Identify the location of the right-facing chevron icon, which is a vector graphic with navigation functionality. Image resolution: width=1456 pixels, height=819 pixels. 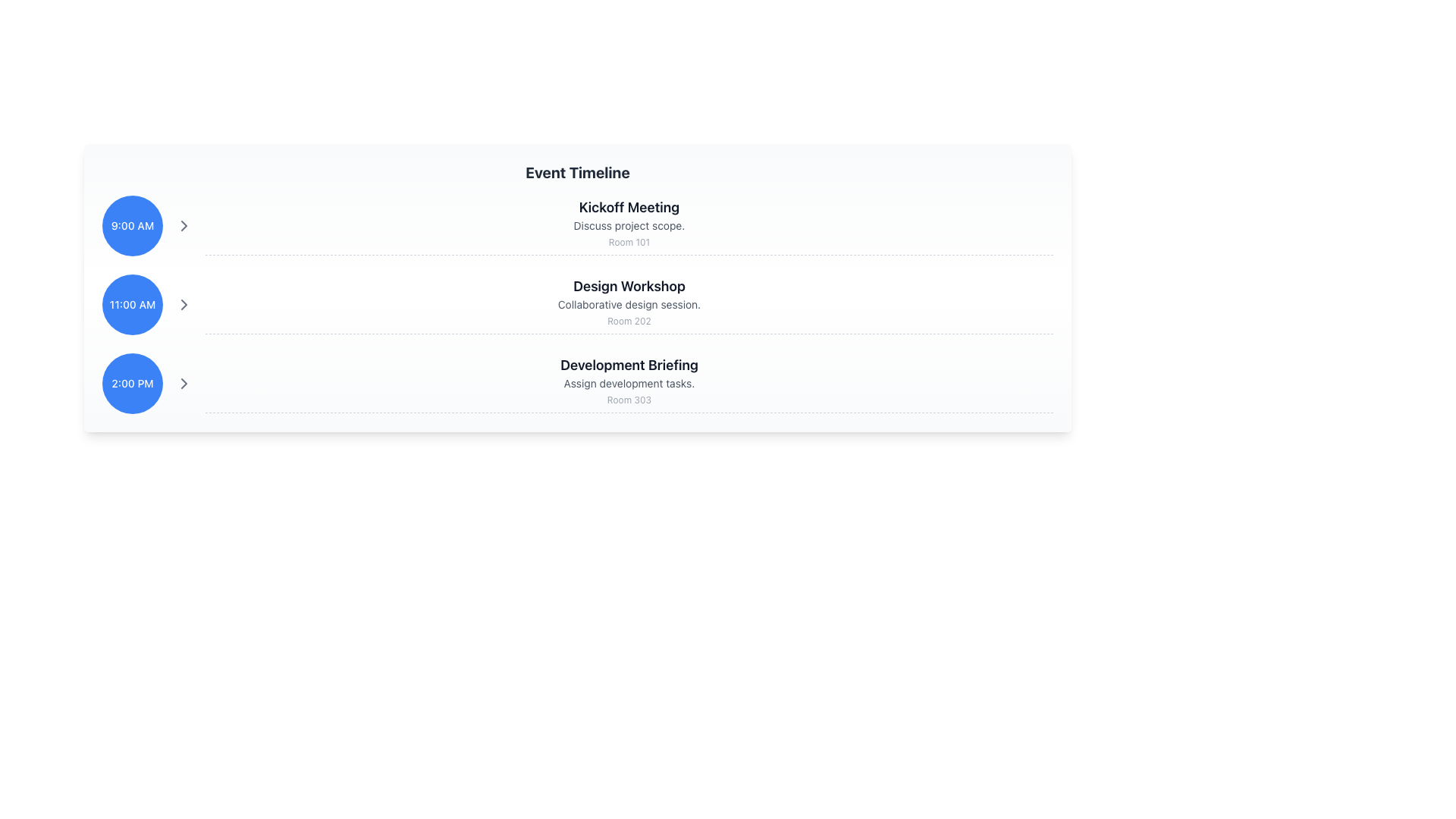
(184, 225).